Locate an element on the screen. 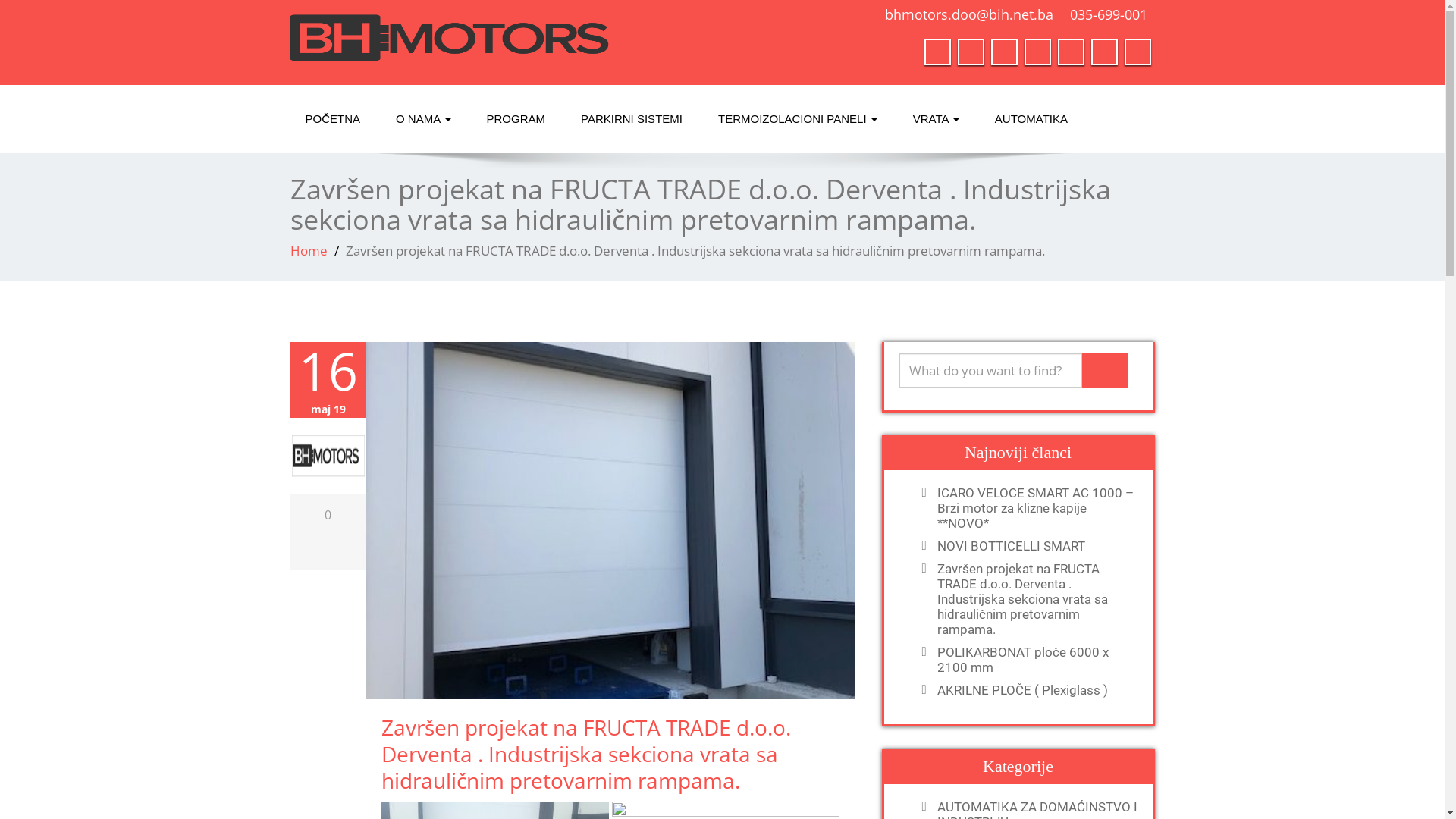 Image resolution: width=1456 pixels, height=819 pixels. '0' is located at coordinates (327, 513).